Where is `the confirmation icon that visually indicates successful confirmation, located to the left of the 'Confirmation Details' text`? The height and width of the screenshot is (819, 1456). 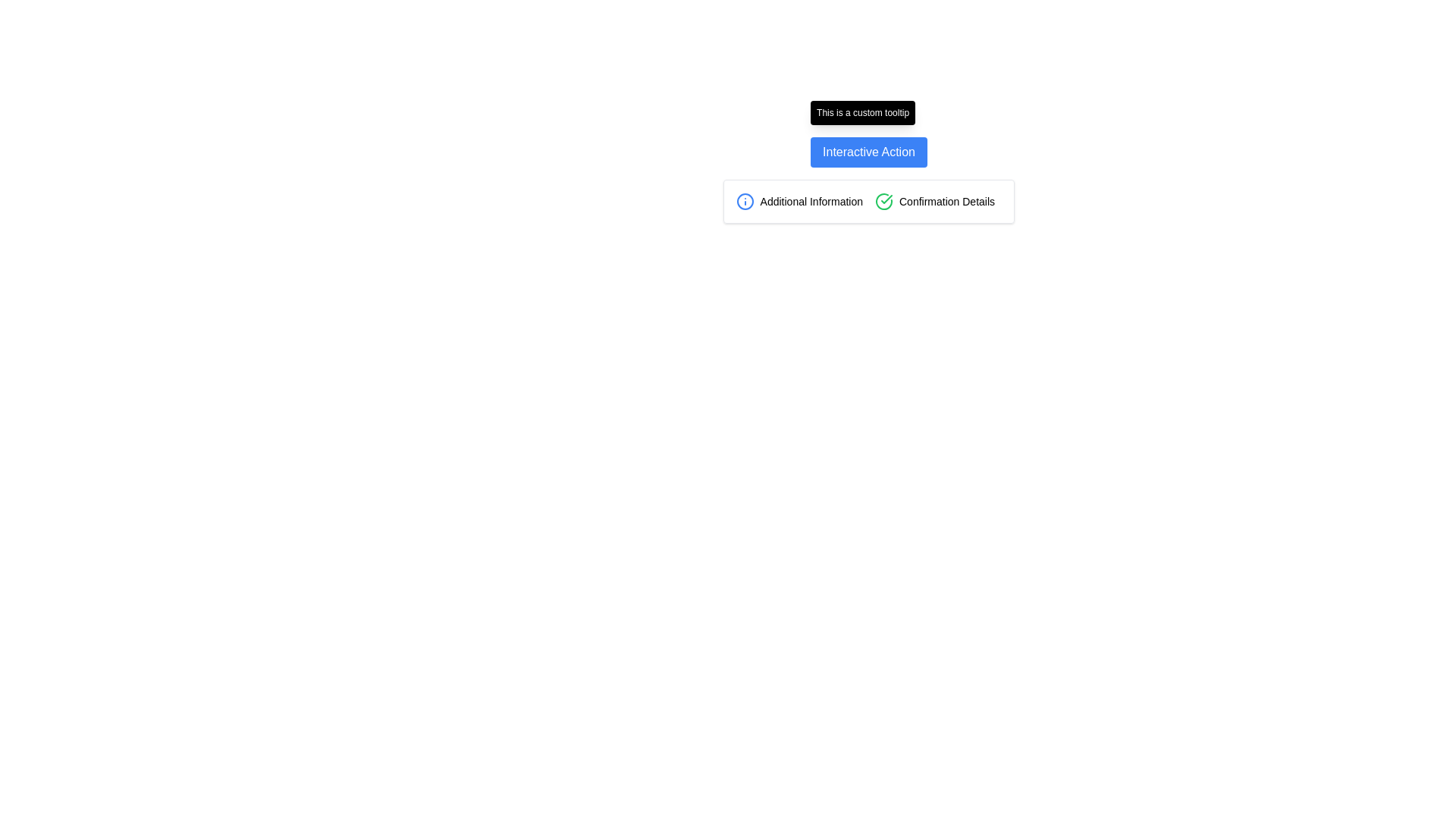
the confirmation icon that visually indicates successful confirmation, located to the left of the 'Confirmation Details' text is located at coordinates (884, 201).